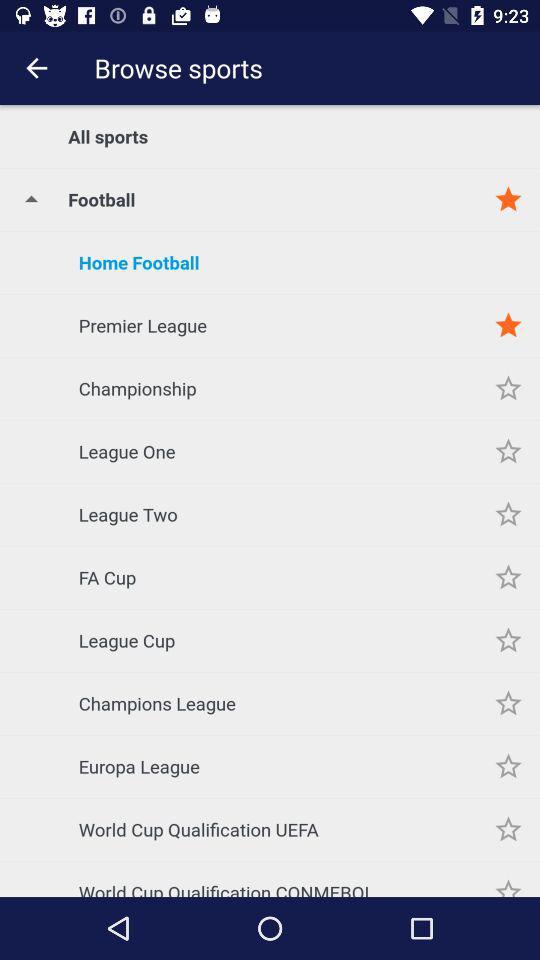 The image size is (540, 960). I want to click on champions league, so click(508, 703).